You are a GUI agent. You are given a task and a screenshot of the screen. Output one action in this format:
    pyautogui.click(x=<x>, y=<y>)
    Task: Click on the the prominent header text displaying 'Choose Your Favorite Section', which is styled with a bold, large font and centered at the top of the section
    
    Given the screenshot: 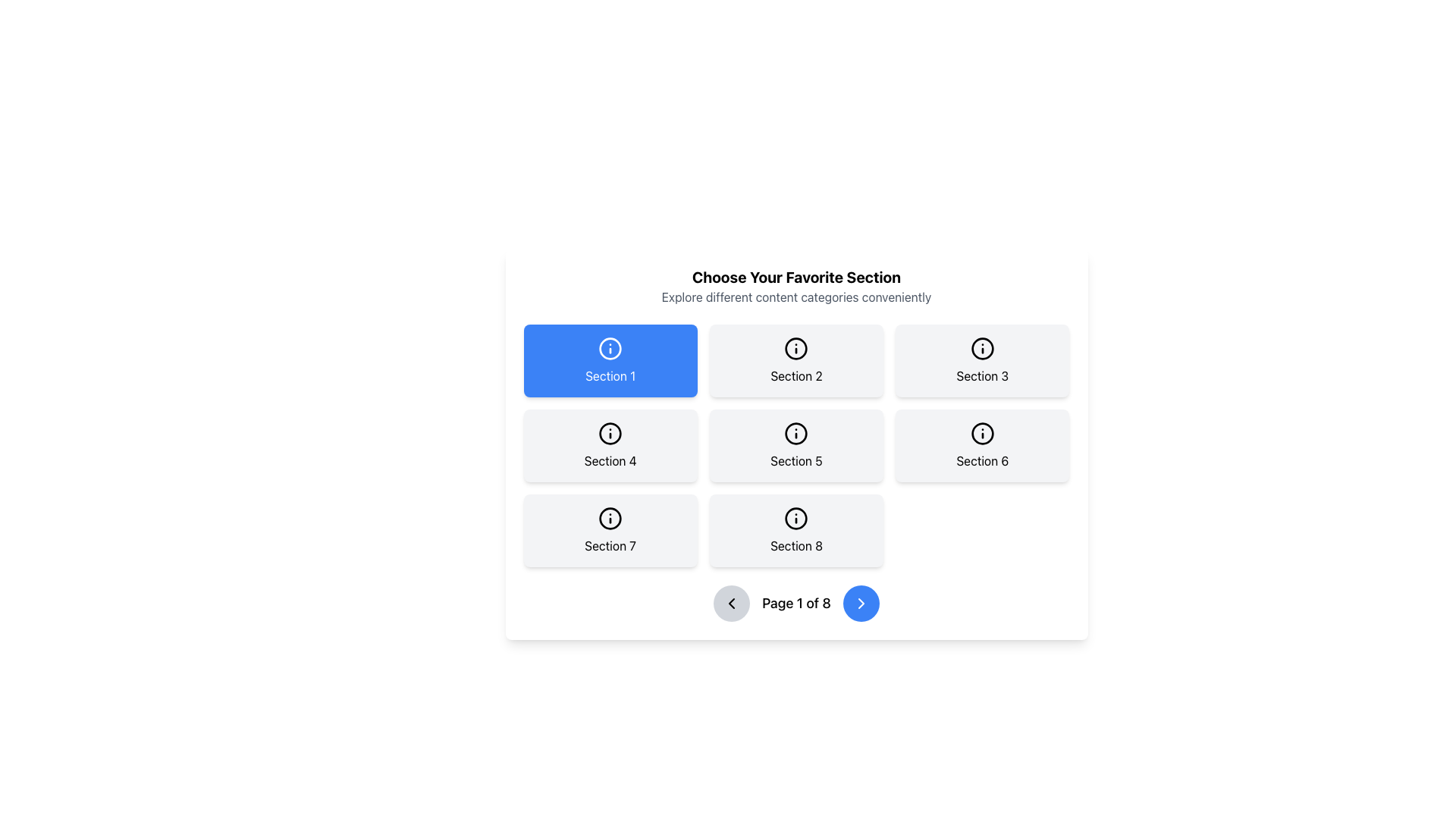 What is the action you would take?
    pyautogui.click(x=795, y=278)
    